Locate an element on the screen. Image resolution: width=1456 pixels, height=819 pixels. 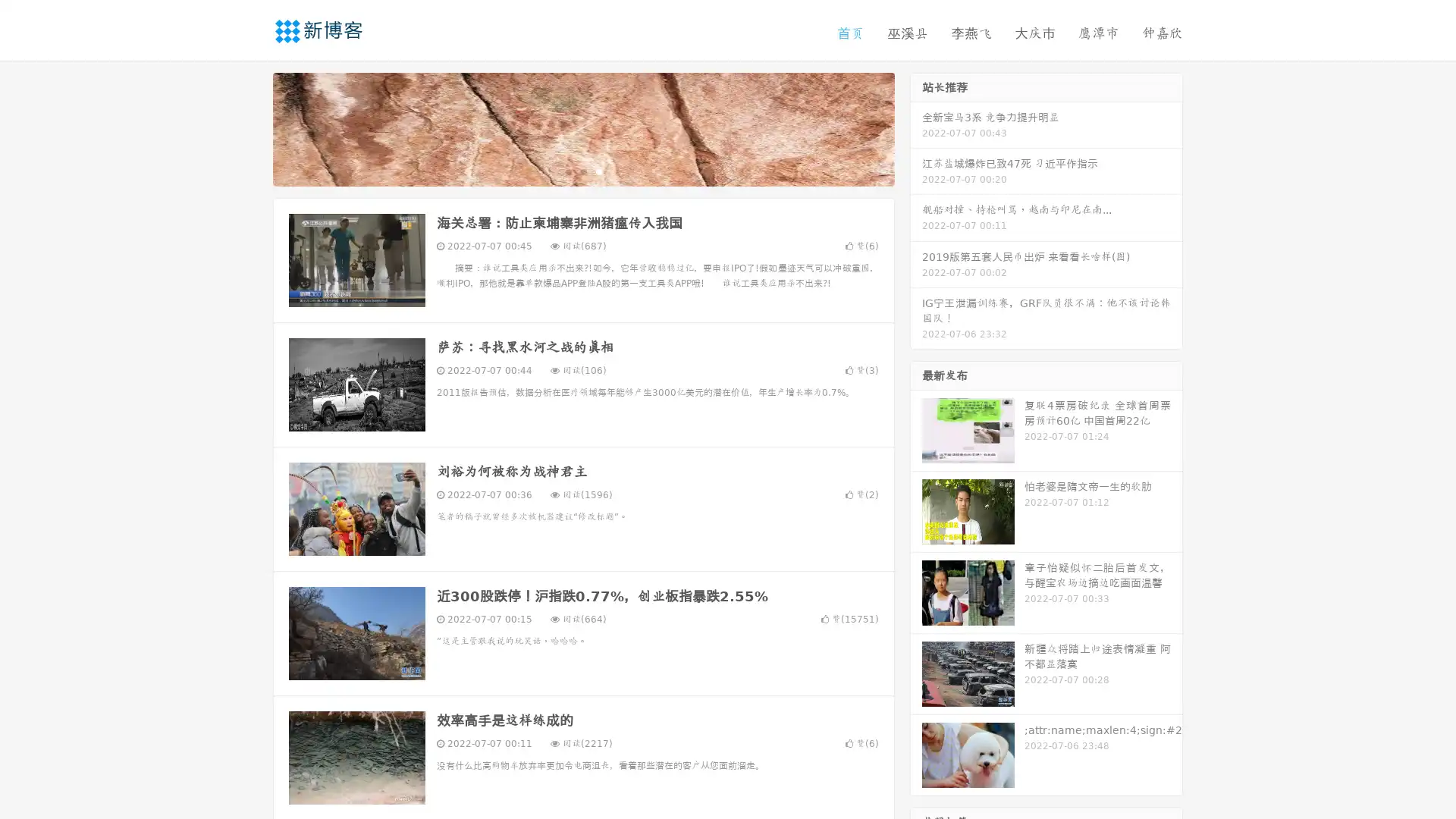
Go to slide 3 is located at coordinates (598, 171).